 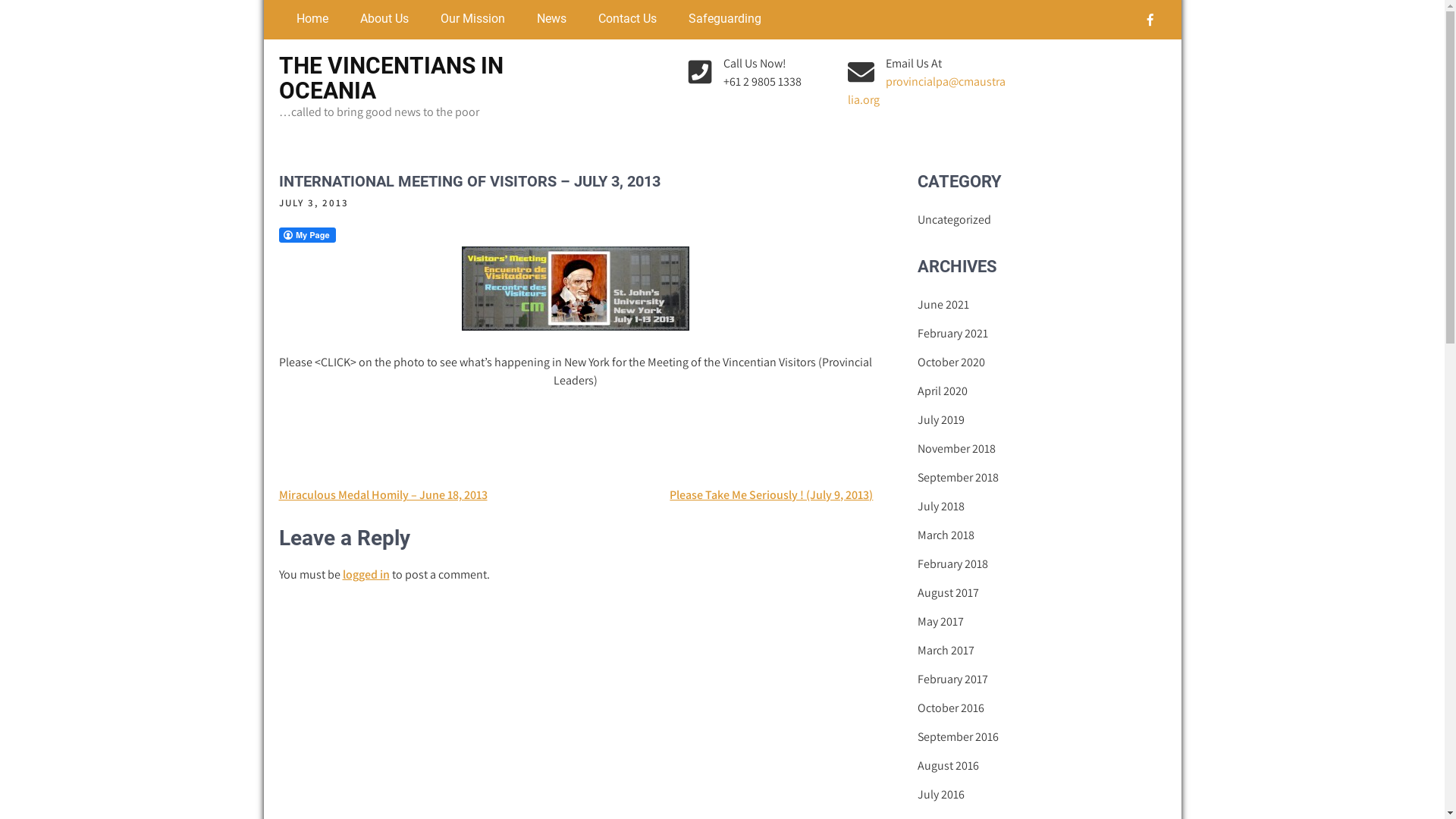 What do you see at coordinates (942, 391) in the screenshot?
I see `'April 2020'` at bounding box center [942, 391].